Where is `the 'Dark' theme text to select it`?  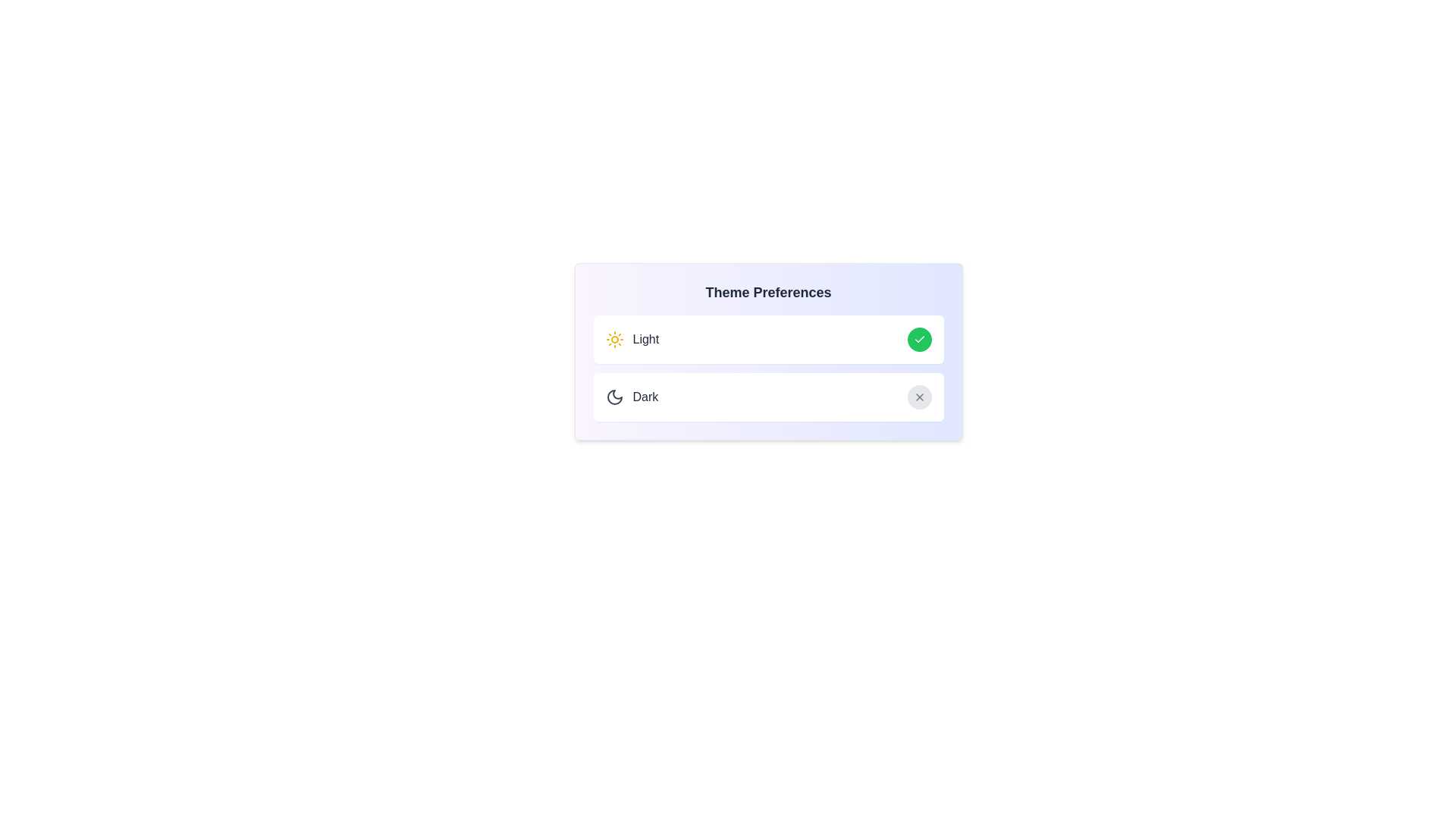
the 'Dark' theme text to select it is located at coordinates (645, 397).